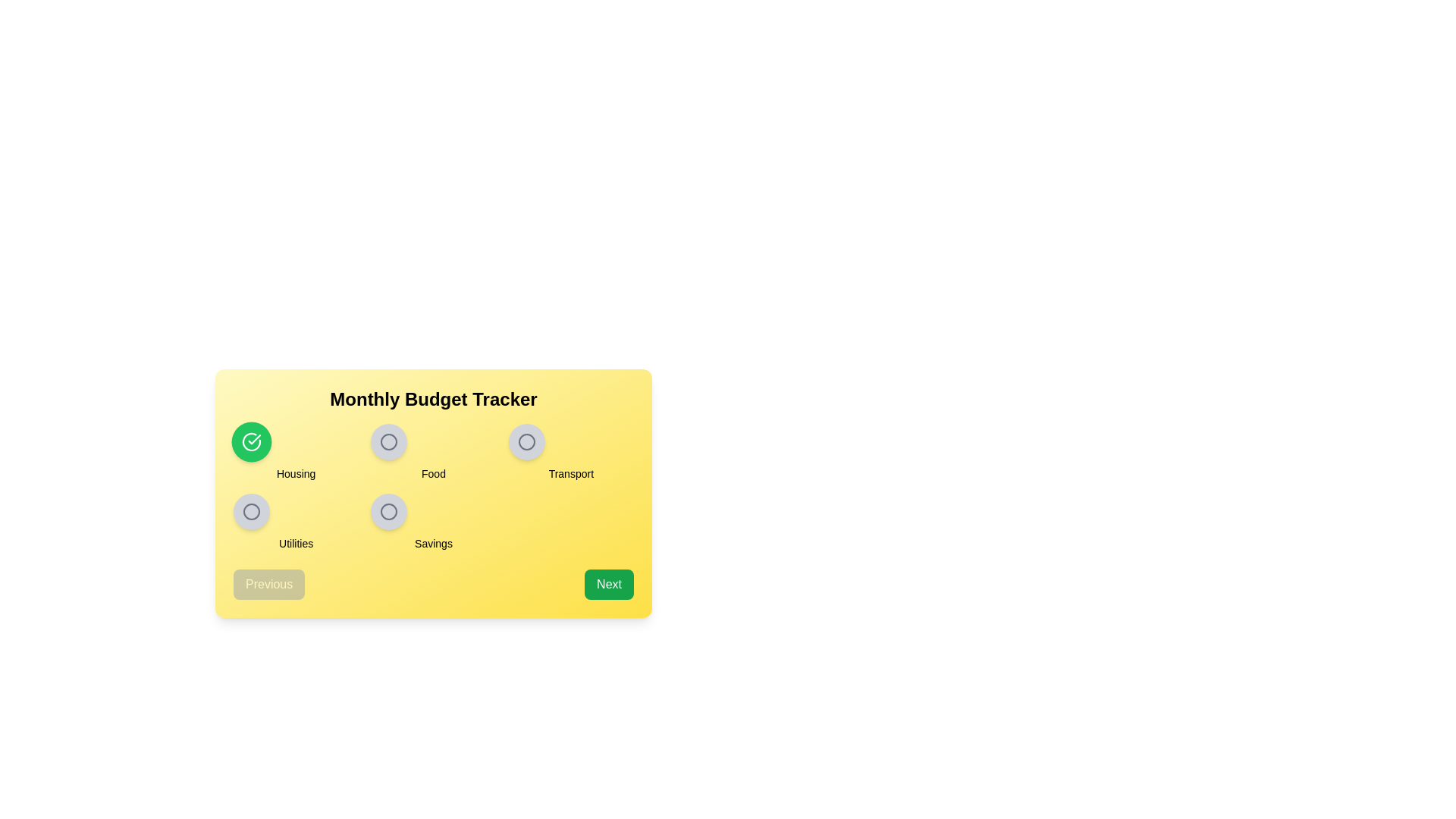 This screenshot has width=1456, height=819. Describe the element at coordinates (389, 512) in the screenshot. I see `the grey circular button with a hollow center labeled 'Savings' located in the second row and second column of the grid on the yellow 'Monthly Budget Tracker' card` at that location.